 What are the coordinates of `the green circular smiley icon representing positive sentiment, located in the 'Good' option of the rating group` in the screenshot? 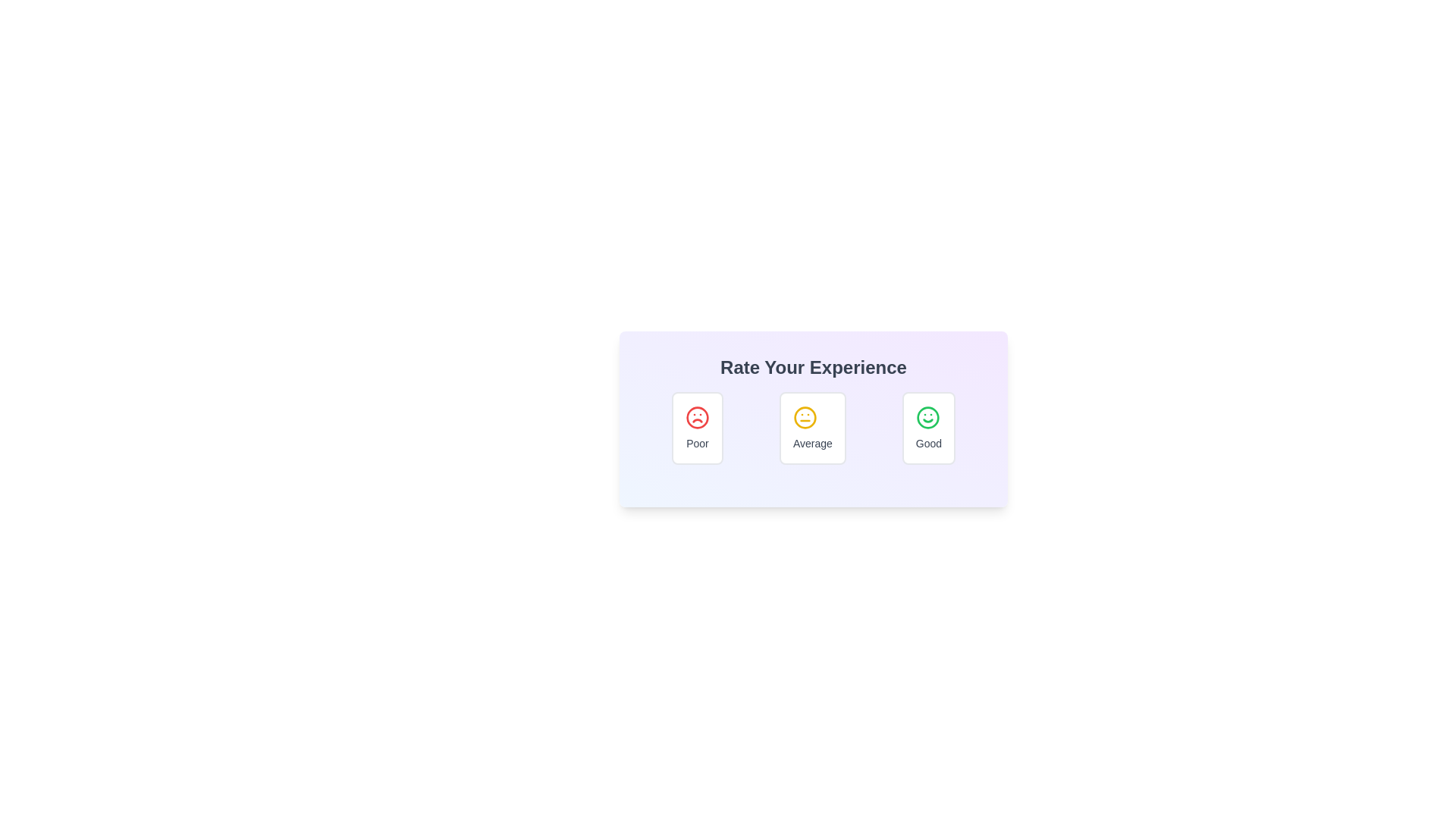 It's located at (927, 418).